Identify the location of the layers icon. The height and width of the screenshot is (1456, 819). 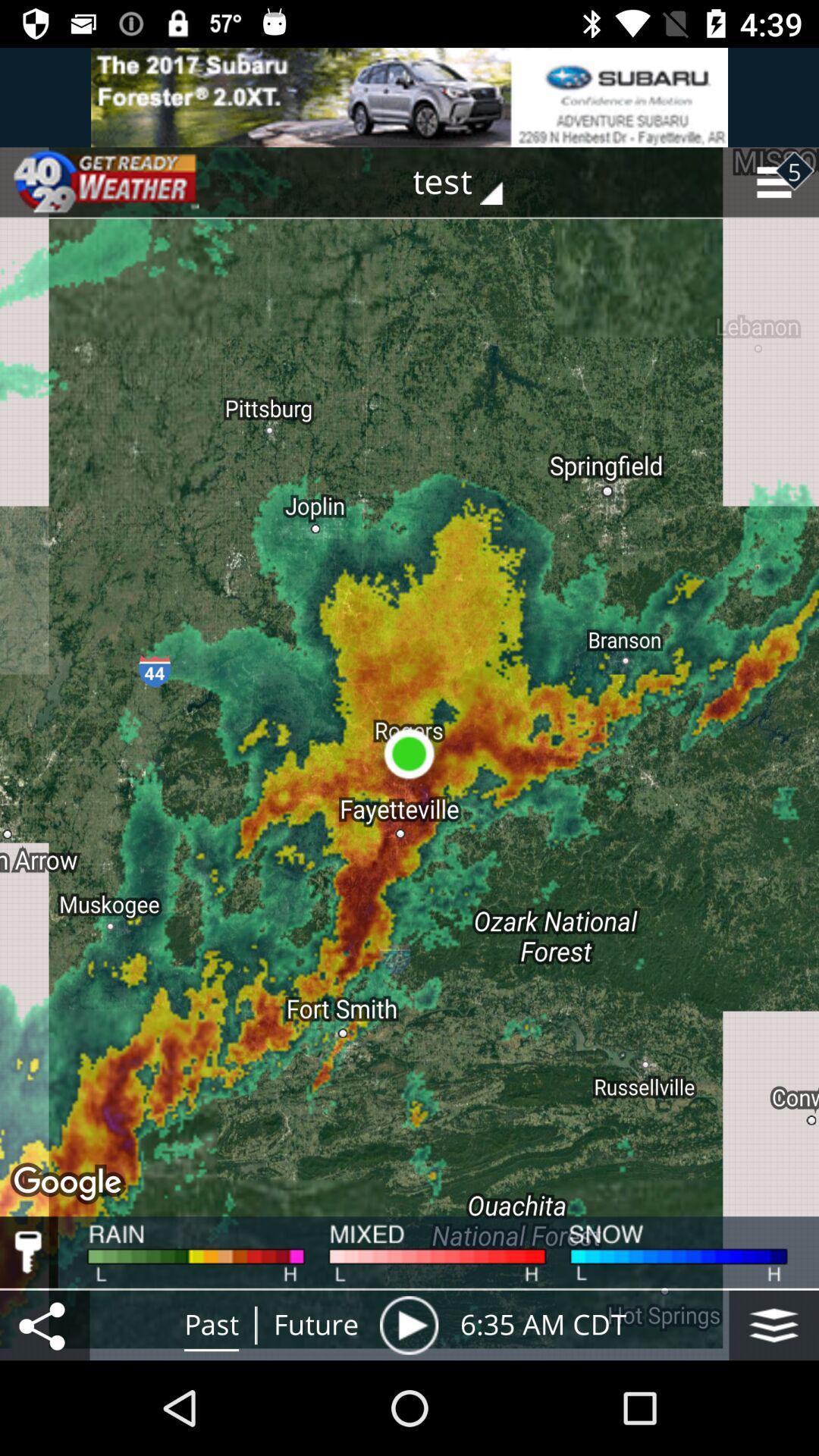
(773, 1324).